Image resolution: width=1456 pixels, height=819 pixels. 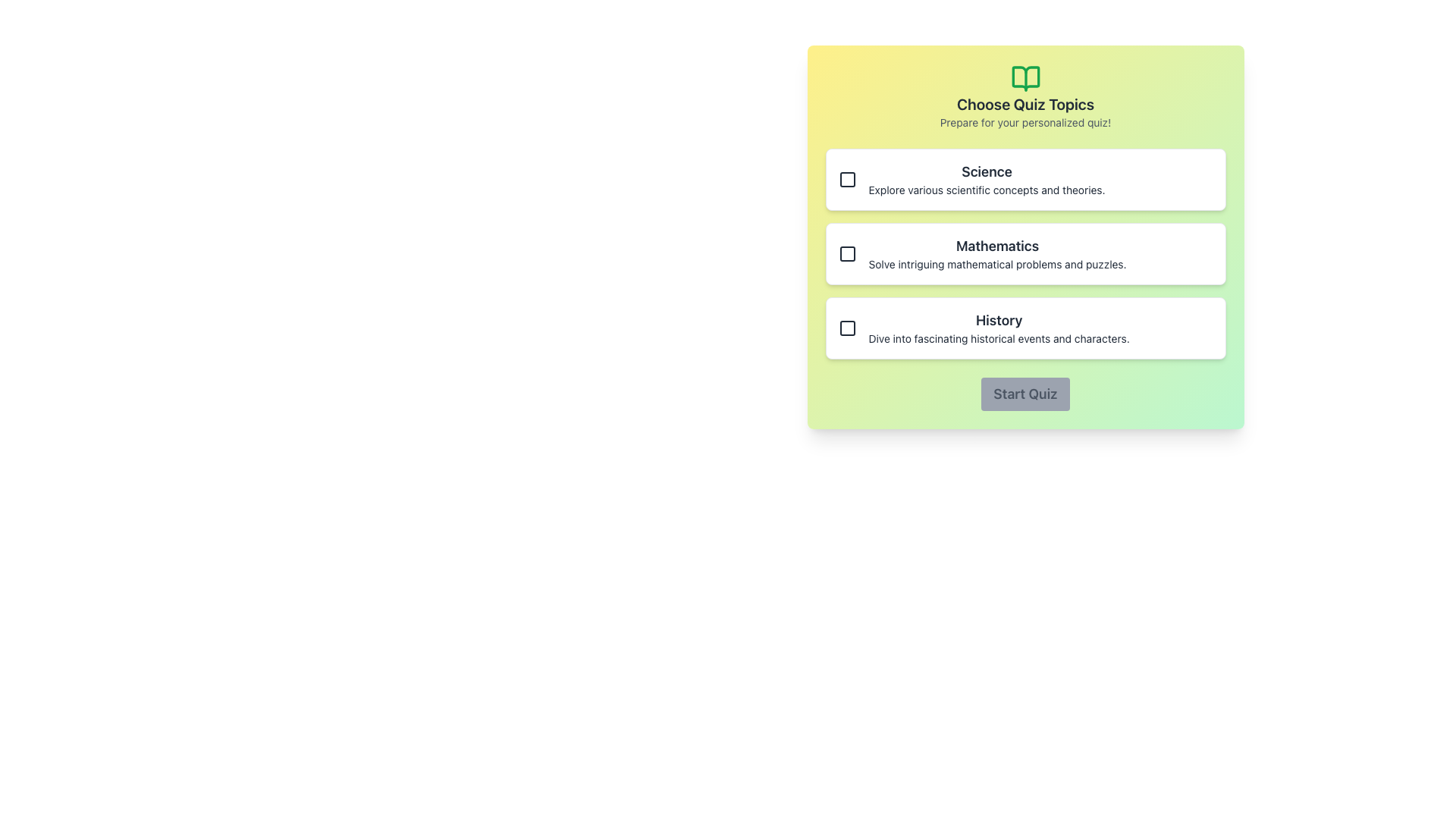 What do you see at coordinates (846, 178) in the screenshot?
I see `the checkbox element located to the left of the 'Science' list item` at bounding box center [846, 178].